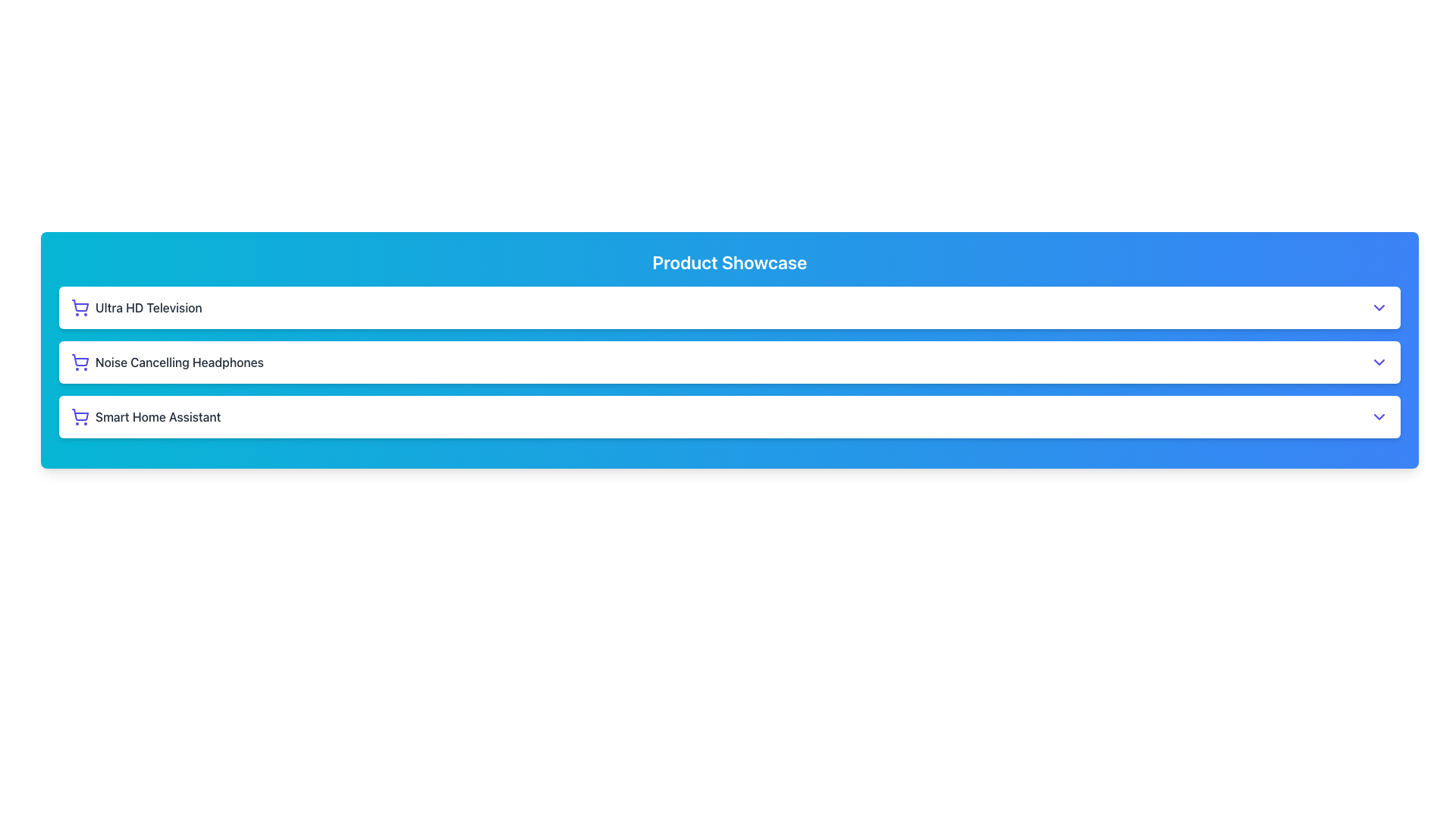 The image size is (1456, 819). Describe the element at coordinates (146, 417) in the screenshot. I see `the label displaying 'Smart Home Assistant', which is the third entry in a vertical list of product names` at that location.